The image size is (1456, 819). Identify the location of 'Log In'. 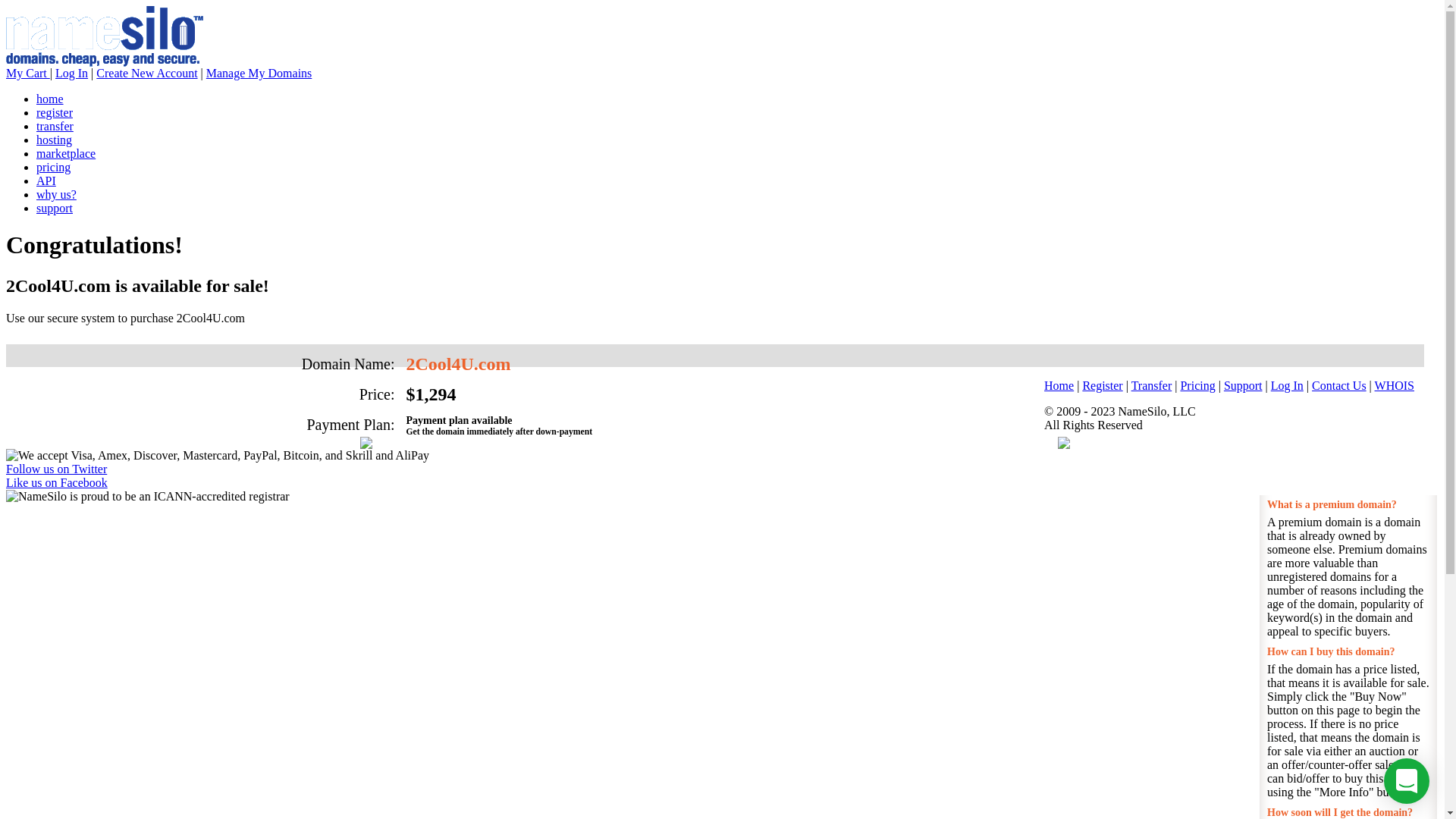
(71, 73).